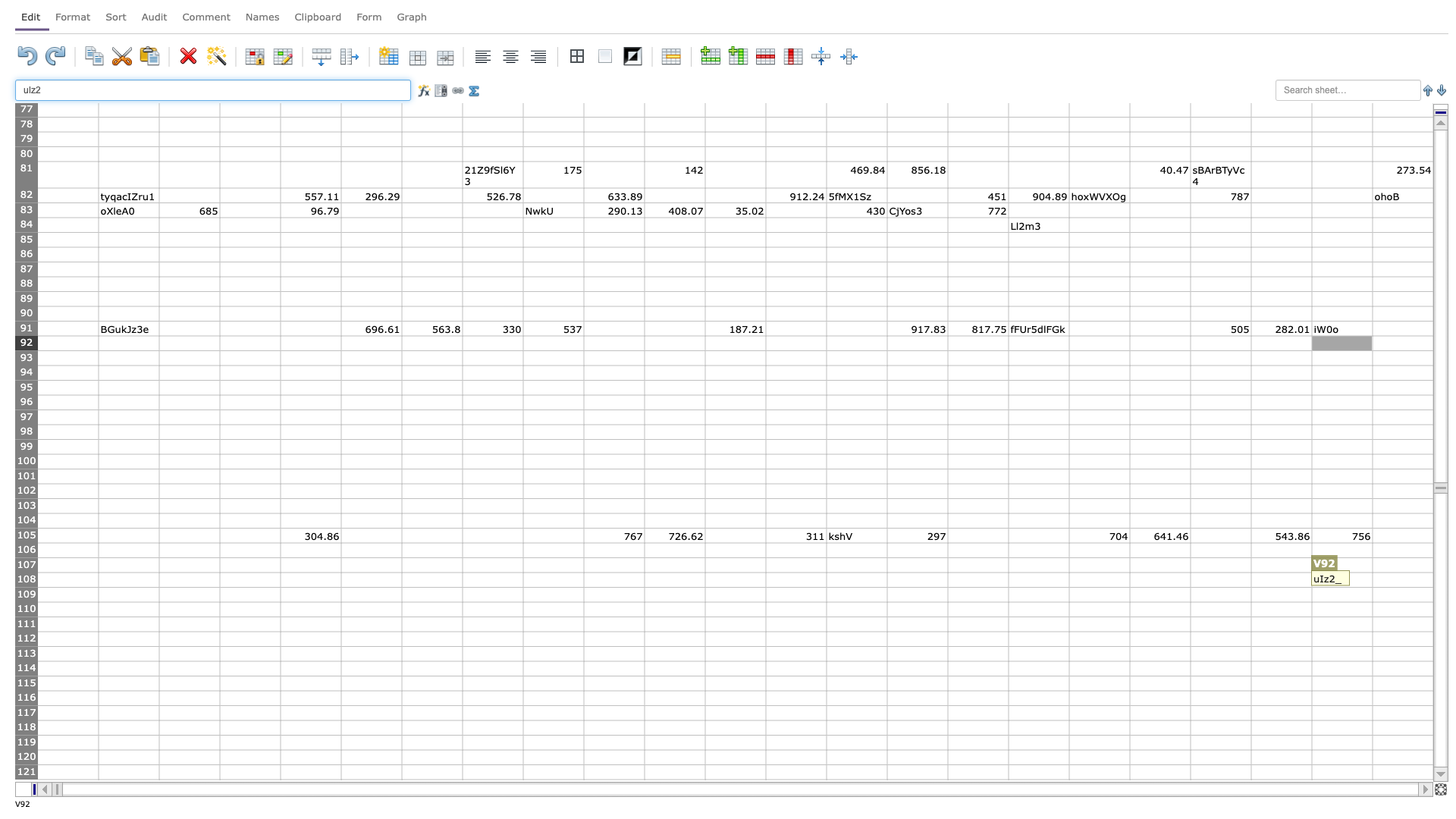 This screenshot has height=819, width=1456. Describe the element at coordinates (401, 579) in the screenshot. I see `Right border of cell F-108` at that location.